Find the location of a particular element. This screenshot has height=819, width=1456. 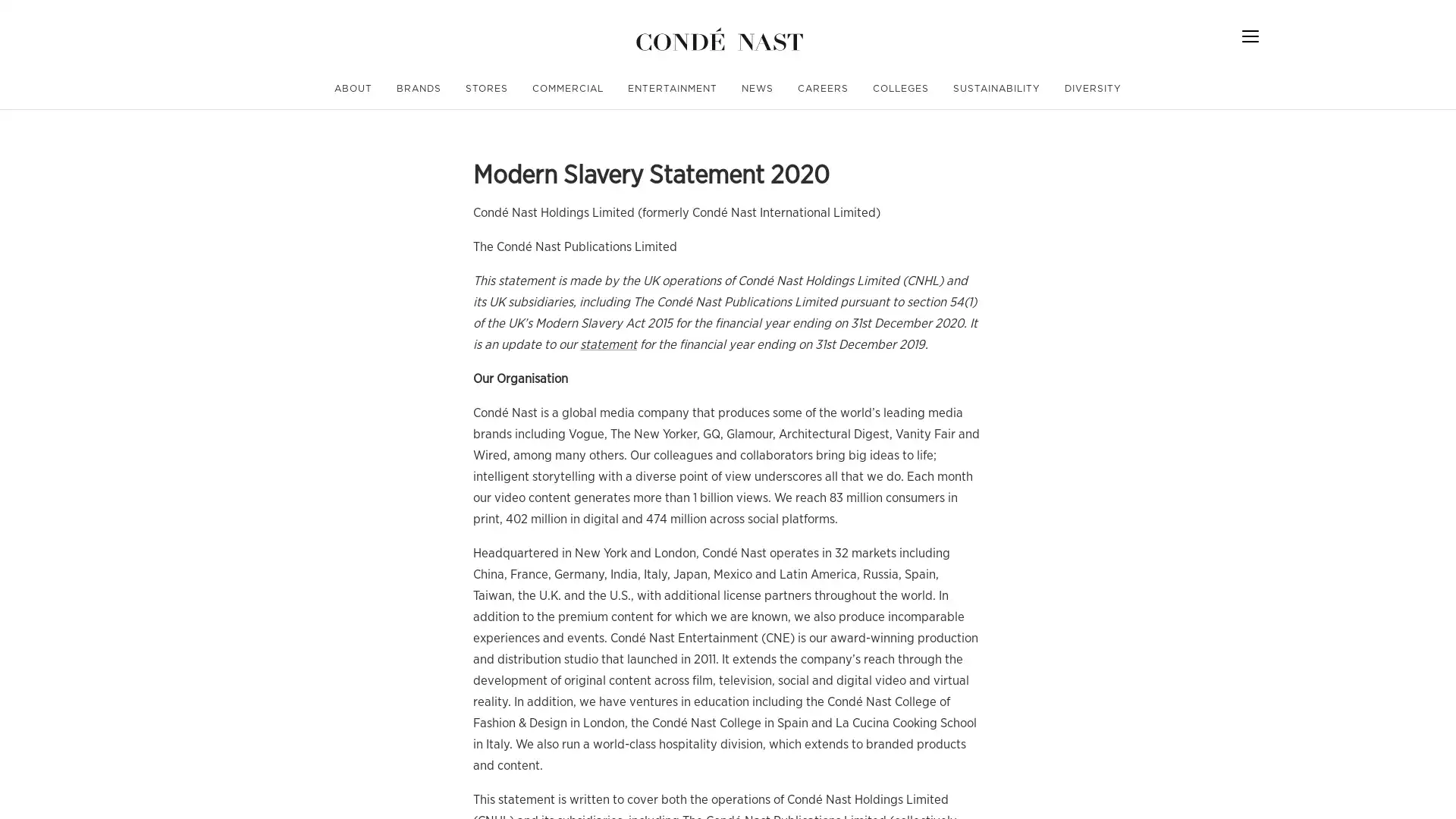

Menu is located at coordinates (1250, 36).